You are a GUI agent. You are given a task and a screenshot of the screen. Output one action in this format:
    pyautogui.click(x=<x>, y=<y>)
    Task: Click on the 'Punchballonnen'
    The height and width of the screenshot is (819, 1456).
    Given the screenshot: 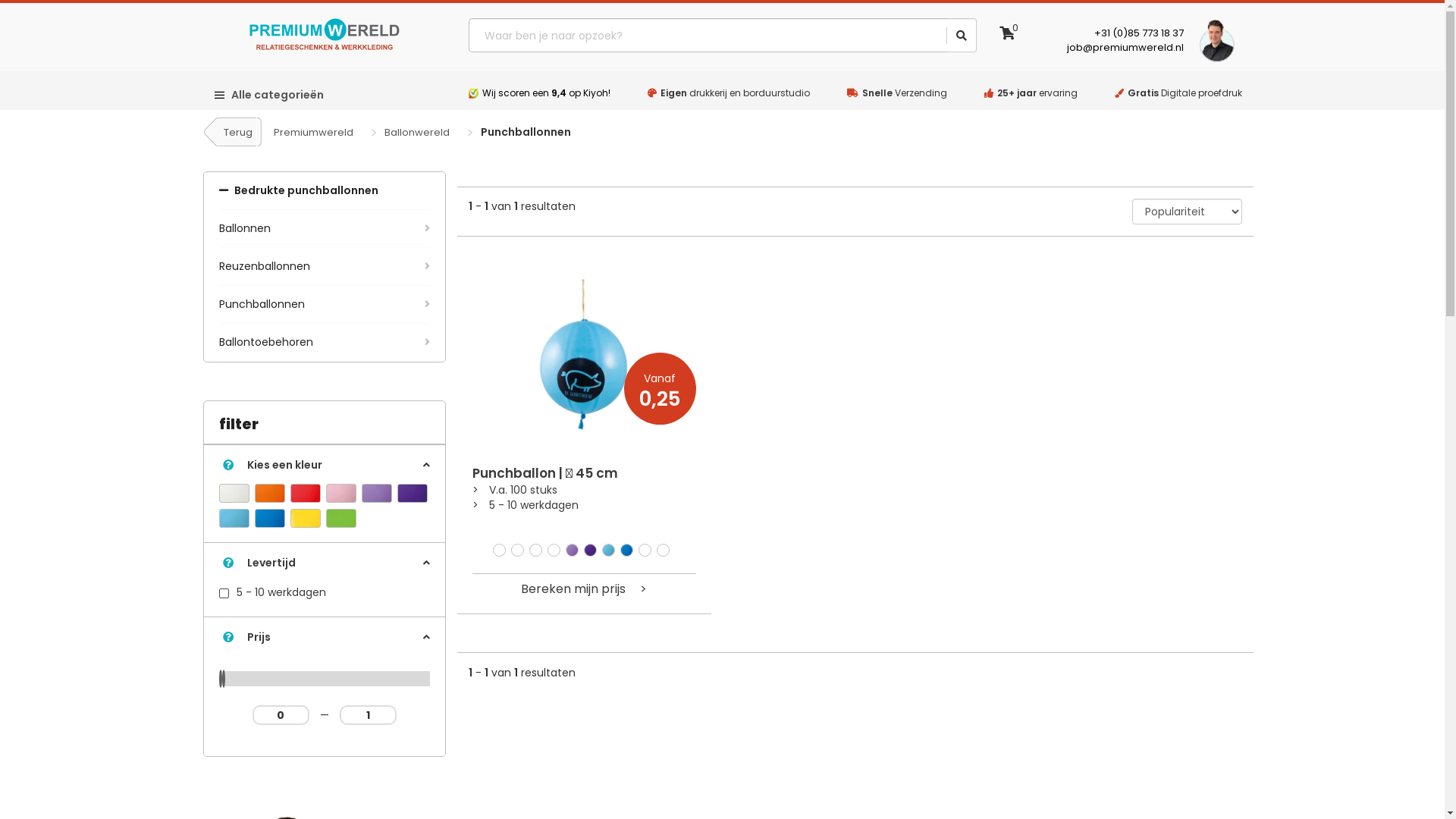 What is the action you would take?
    pyautogui.click(x=323, y=304)
    